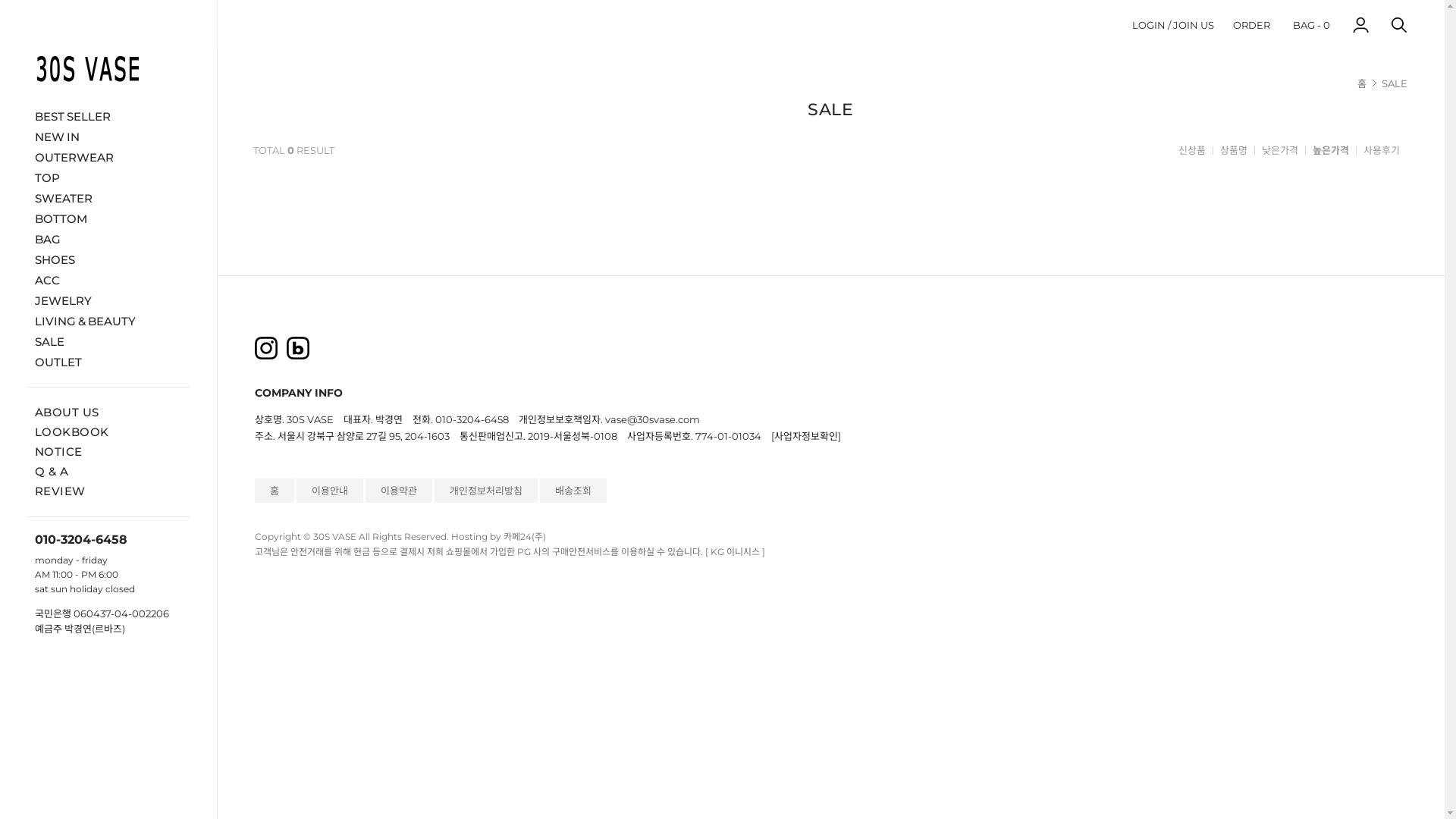  Describe the element at coordinates (1168, 24) in the screenshot. I see `' / '` at that location.